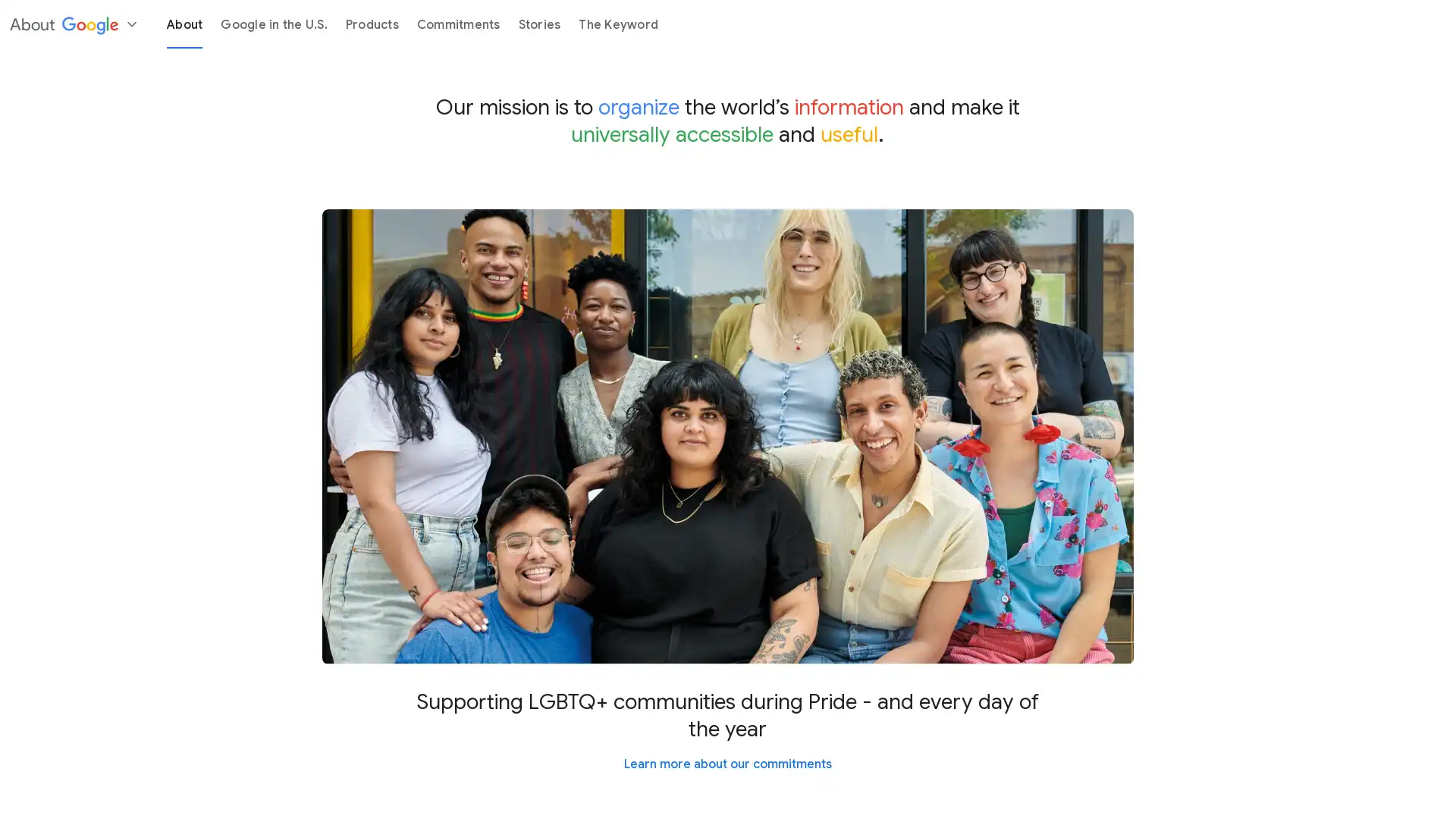 This screenshot has width=1456, height=819. I want to click on About Google, so click(72, 24).